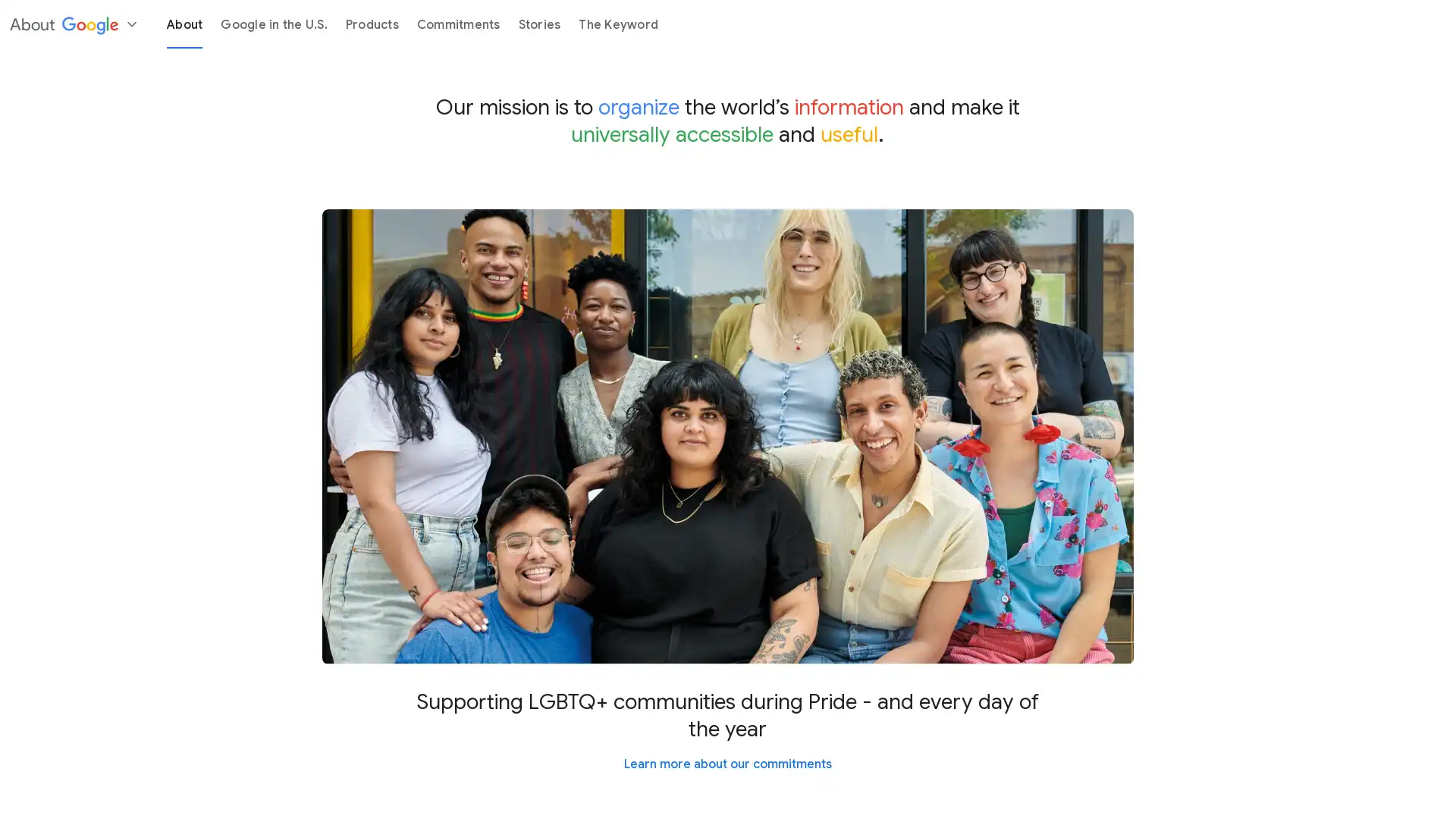 This screenshot has width=1456, height=819. I want to click on About Google, so click(72, 24).